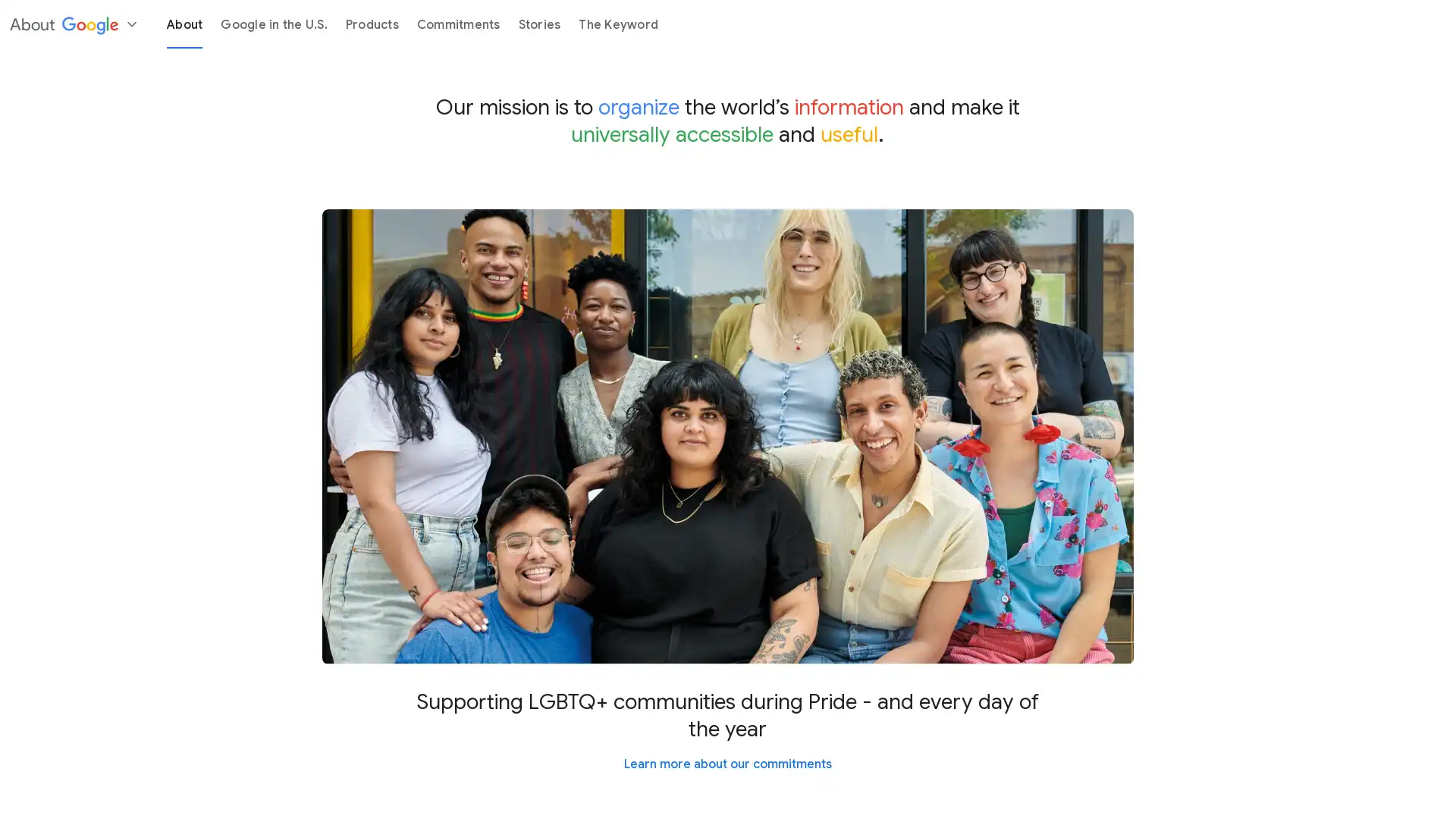 This screenshot has width=1456, height=819. I want to click on About Google, so click(72, 24).